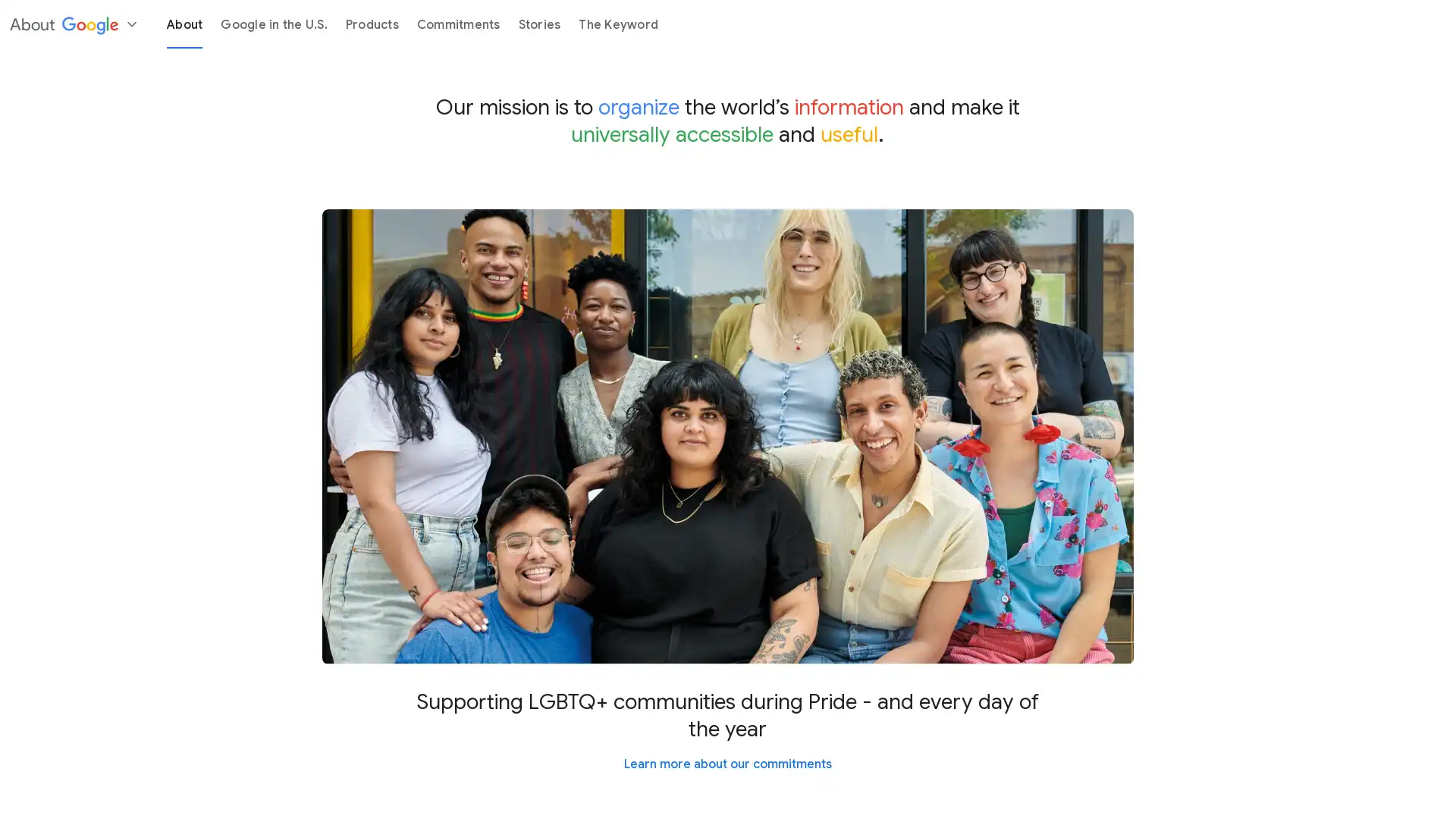 This screenshot has width=1456, height=819. I want to click on About Google, so click(72, 24).